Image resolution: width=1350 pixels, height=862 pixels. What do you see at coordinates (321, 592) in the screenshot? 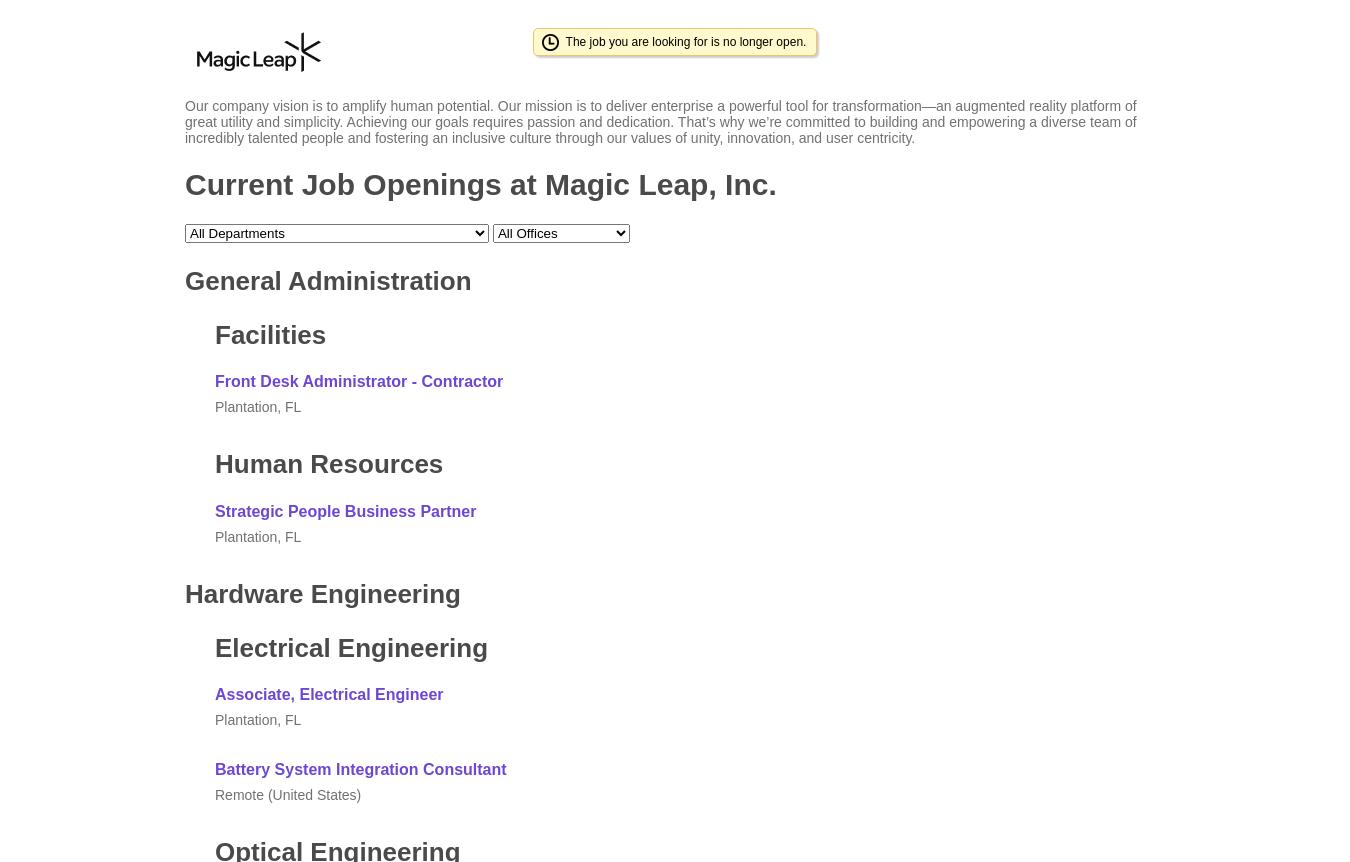
I see `'Hardware Engineering'` at bounding box center [321, 592].